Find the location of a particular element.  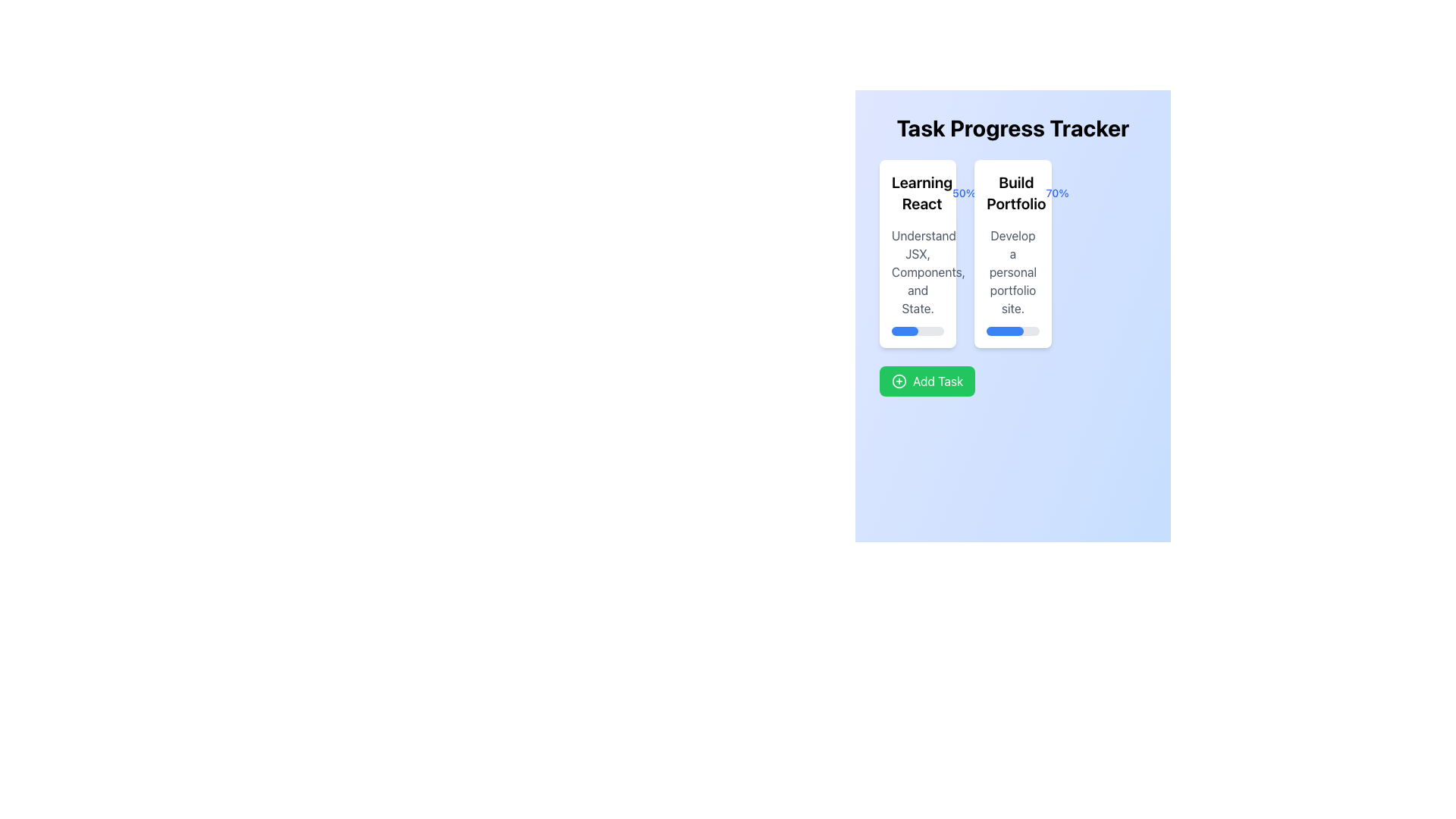

the title text label that serves as the headline for the task, located above the percentage label ('70%') within the second card in the horizontally aligned series of cards is located at coordinates (1016, 192).